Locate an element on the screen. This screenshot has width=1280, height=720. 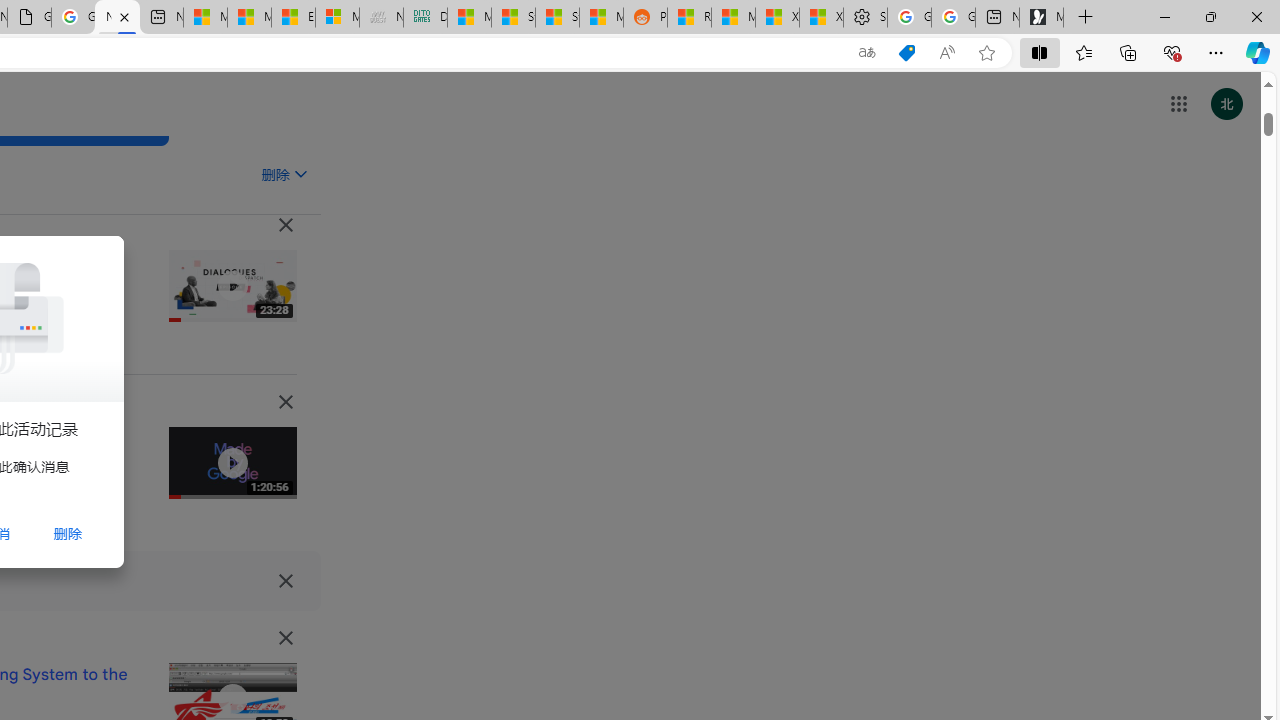
'R******* | Trusted Community Engagement and Contributions' is located at coordinates (689, 17).